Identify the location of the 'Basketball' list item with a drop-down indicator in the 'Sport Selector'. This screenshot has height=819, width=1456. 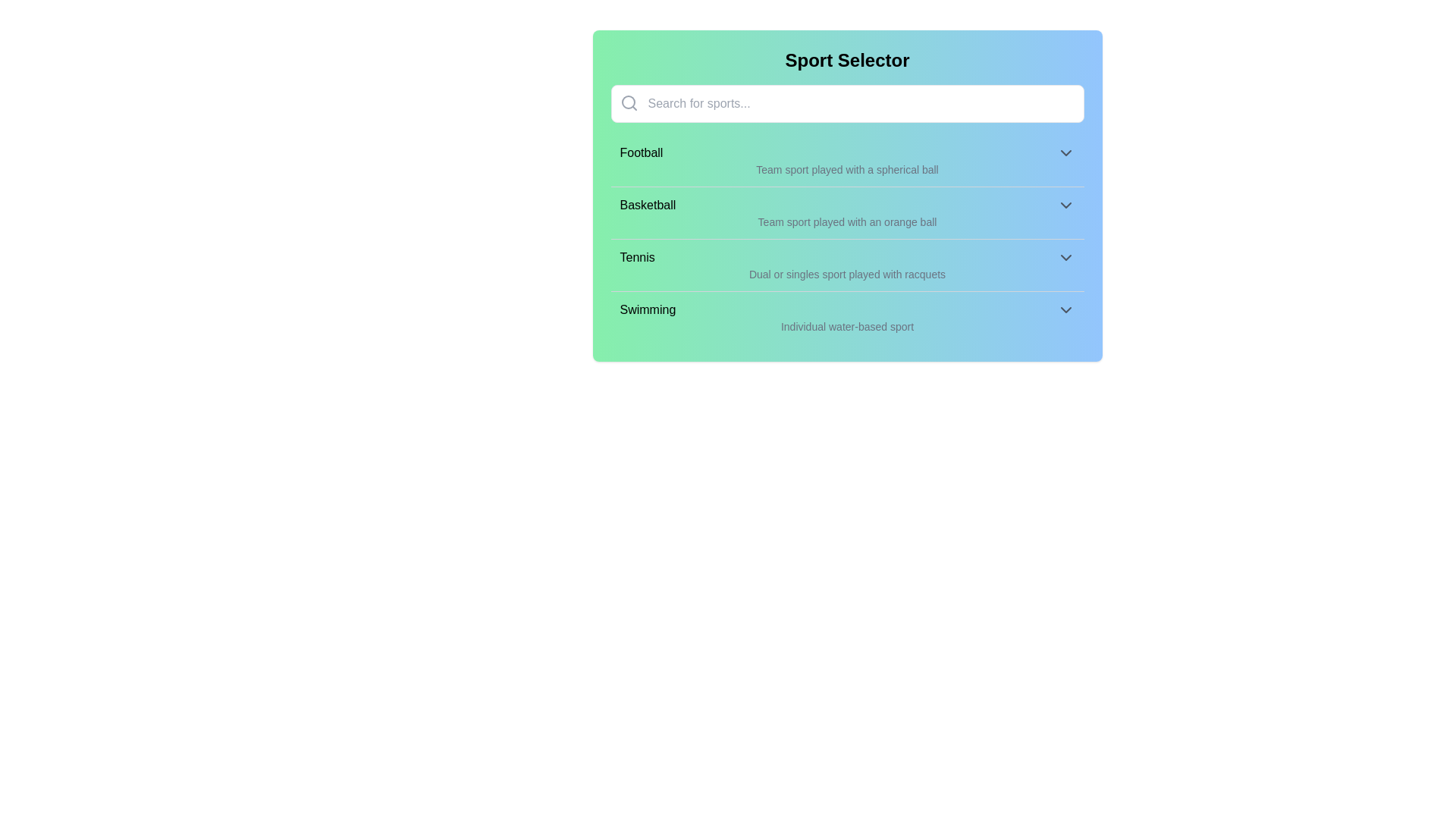
(846, 205).